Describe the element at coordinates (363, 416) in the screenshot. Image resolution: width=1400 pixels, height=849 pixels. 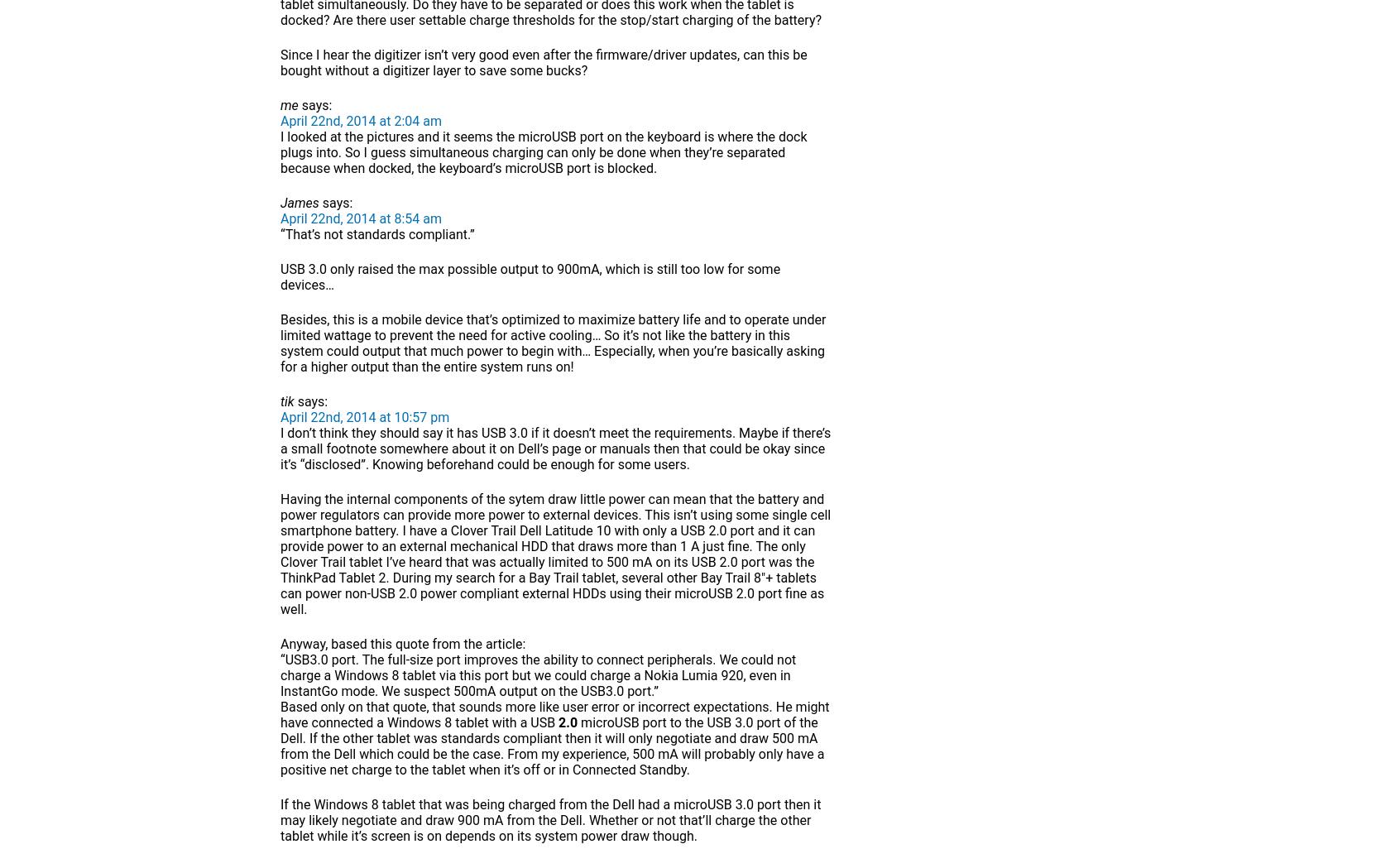
I see `'April 22nd, 2014 at 10:57 pm'` at that location.